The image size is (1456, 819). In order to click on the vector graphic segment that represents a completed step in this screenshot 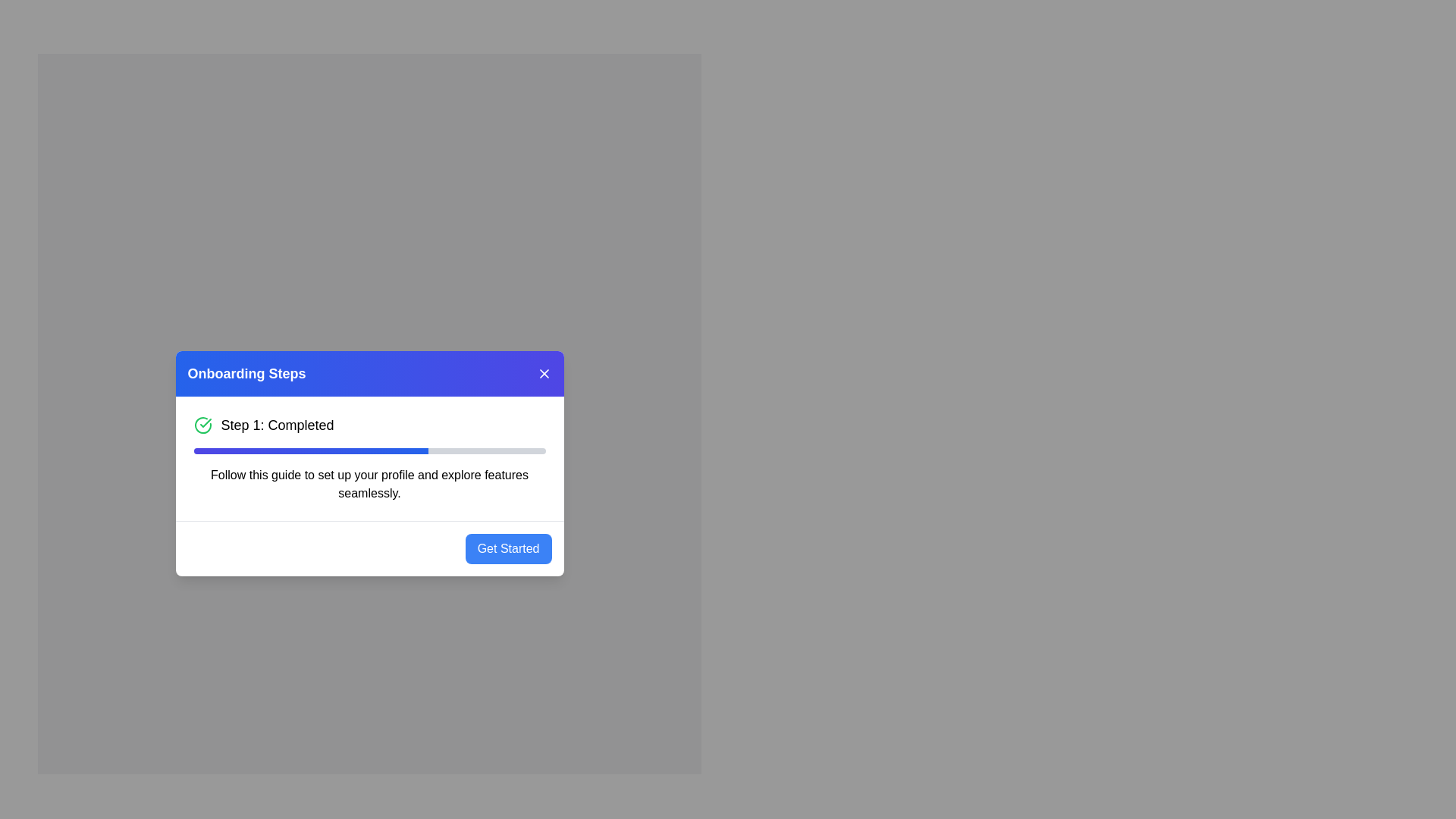, I will do `click(202, 425)`.